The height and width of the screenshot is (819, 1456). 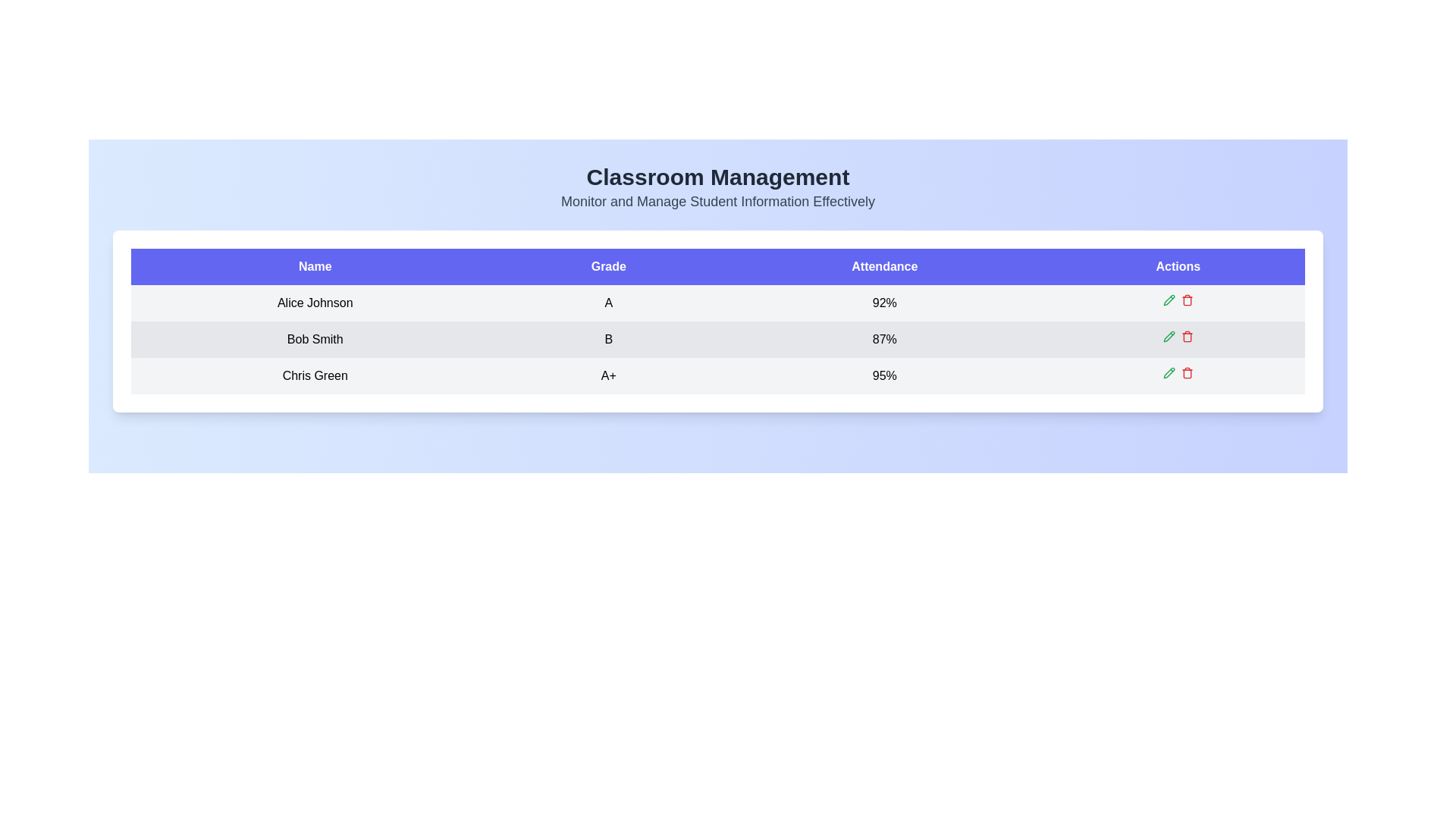 What do you see at coordinates (884, 303) in the screenshot?
I see `the text '92%' displayed in bold black font under the 'Attendance' column, which is part of the row for 'Alice Johnson'` at bounding box center [884, 303].